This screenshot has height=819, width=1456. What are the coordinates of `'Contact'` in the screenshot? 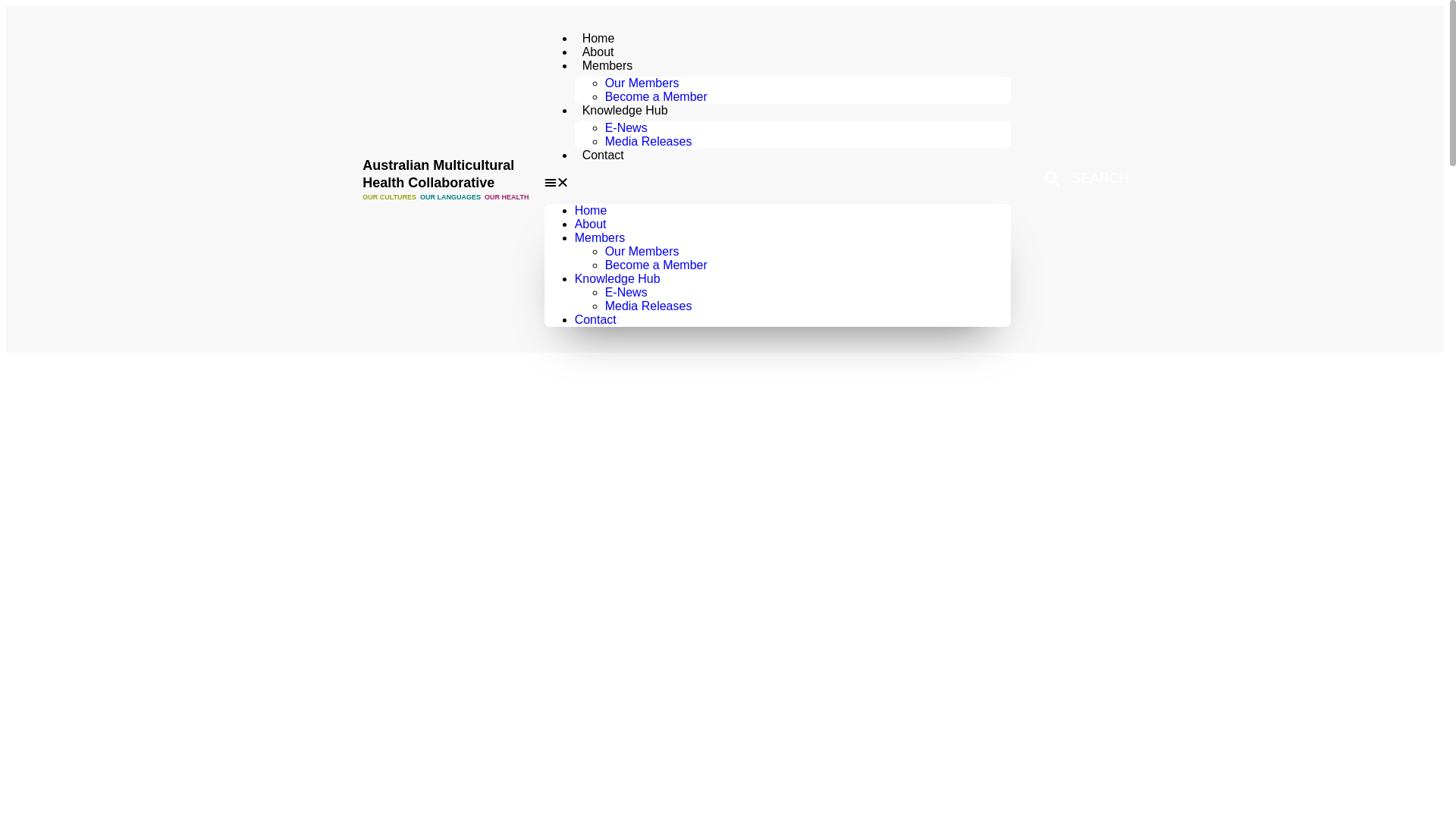 It's located at (595, 318).